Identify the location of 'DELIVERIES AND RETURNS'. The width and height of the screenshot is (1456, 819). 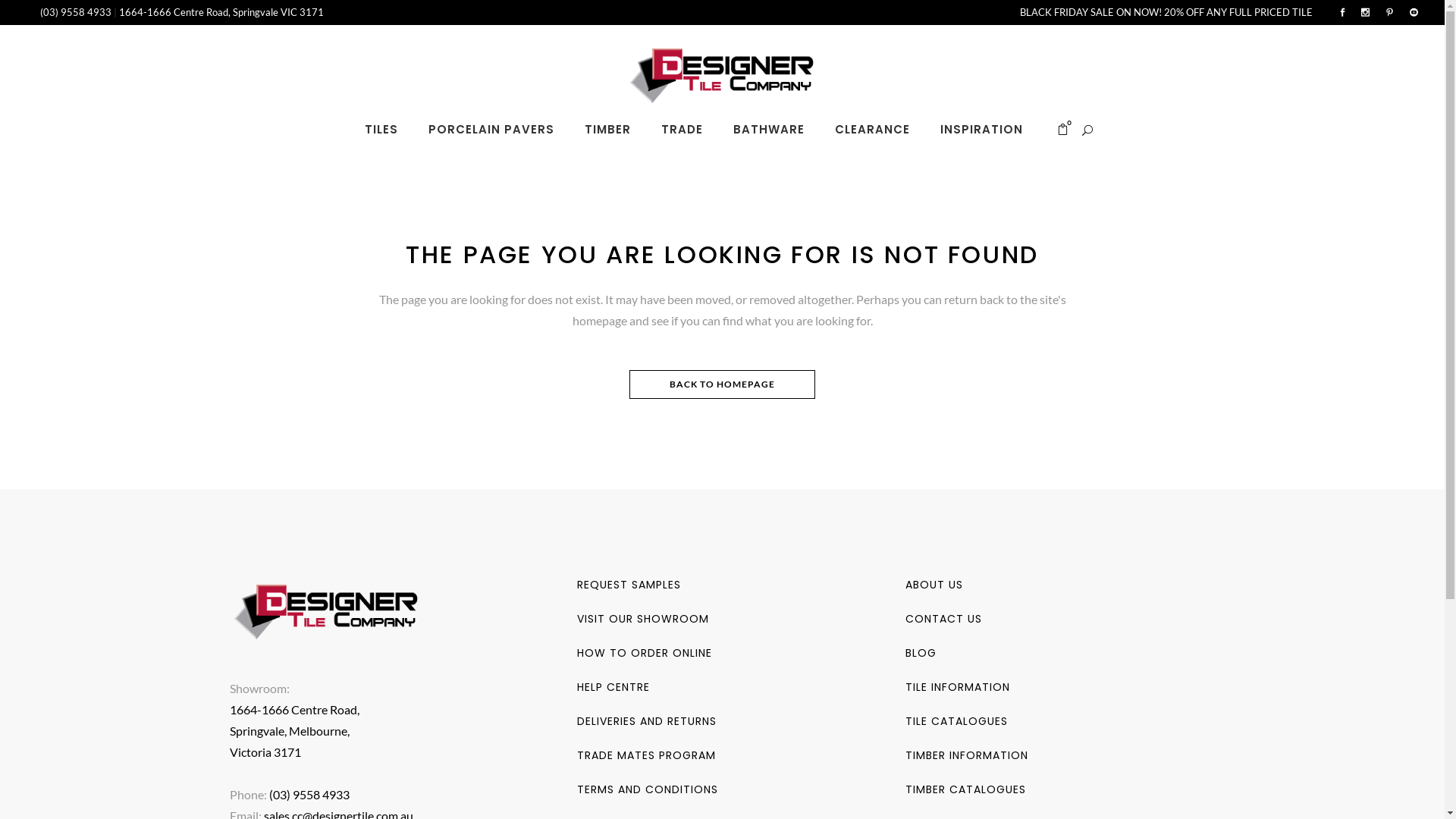
(647, 720).